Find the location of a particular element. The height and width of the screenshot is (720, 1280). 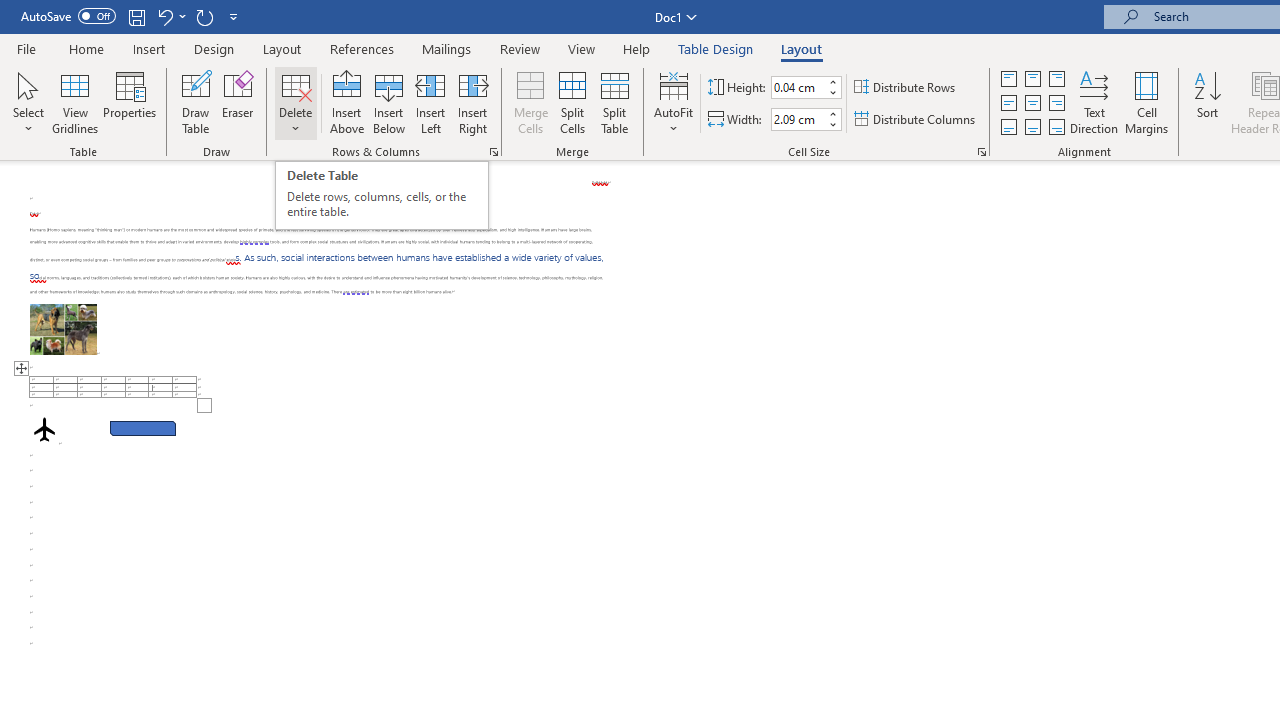

'Rectangle: Diagonal Corners Snipped 2' is located at coordinates (142, 427).